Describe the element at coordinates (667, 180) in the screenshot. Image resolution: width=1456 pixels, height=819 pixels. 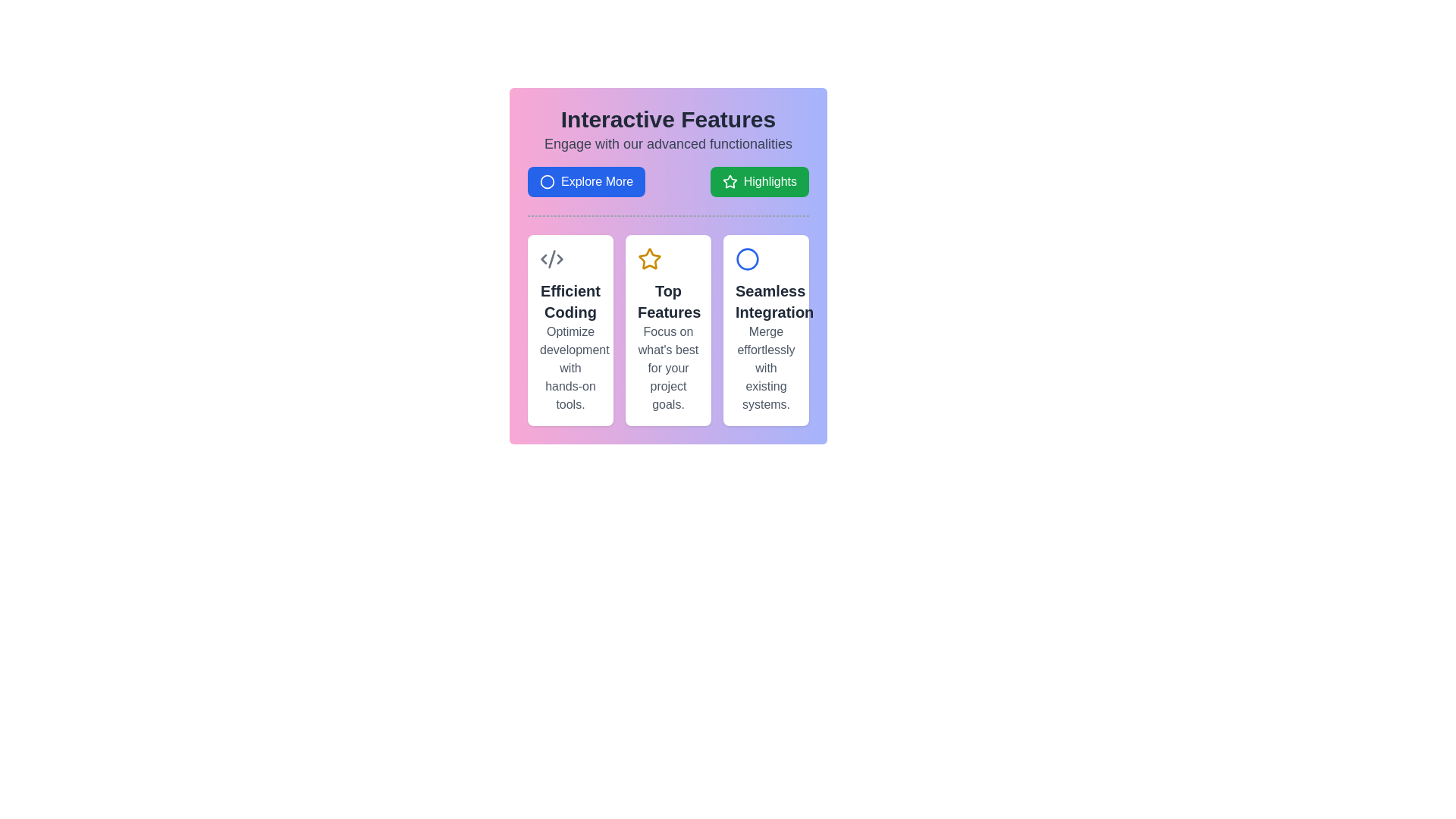
I see `the 'Highlights' button in the Horizontal Button Group, located beneath the title 'Engage with our advanced functionalities'` at that location.